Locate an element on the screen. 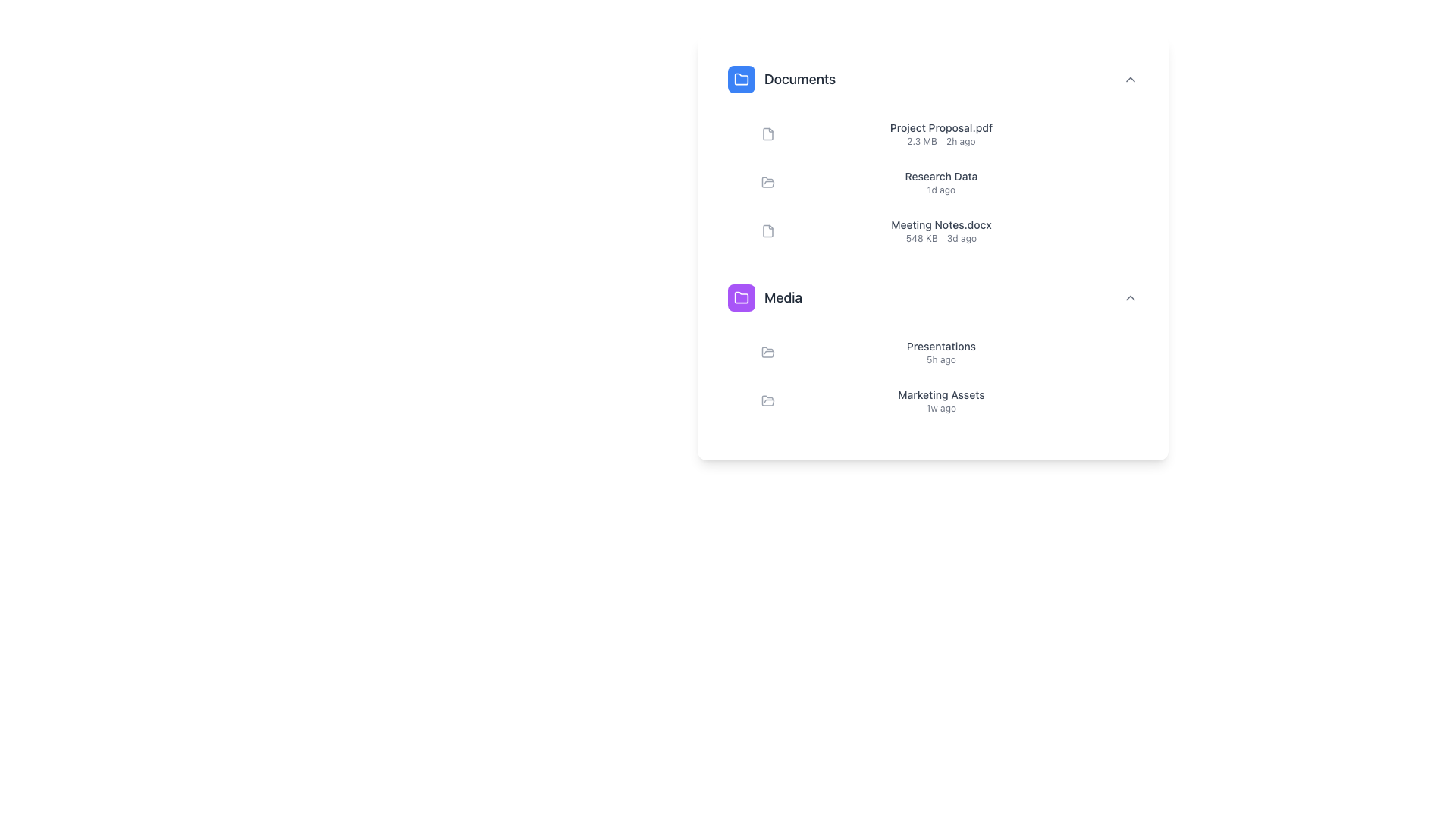 Image resolution: width=1456 pixels, height=819 pixels. the small gray folder icon located to the left of the text 'Presentations' in the 'Media' category list is located at coordinates (767, 353).